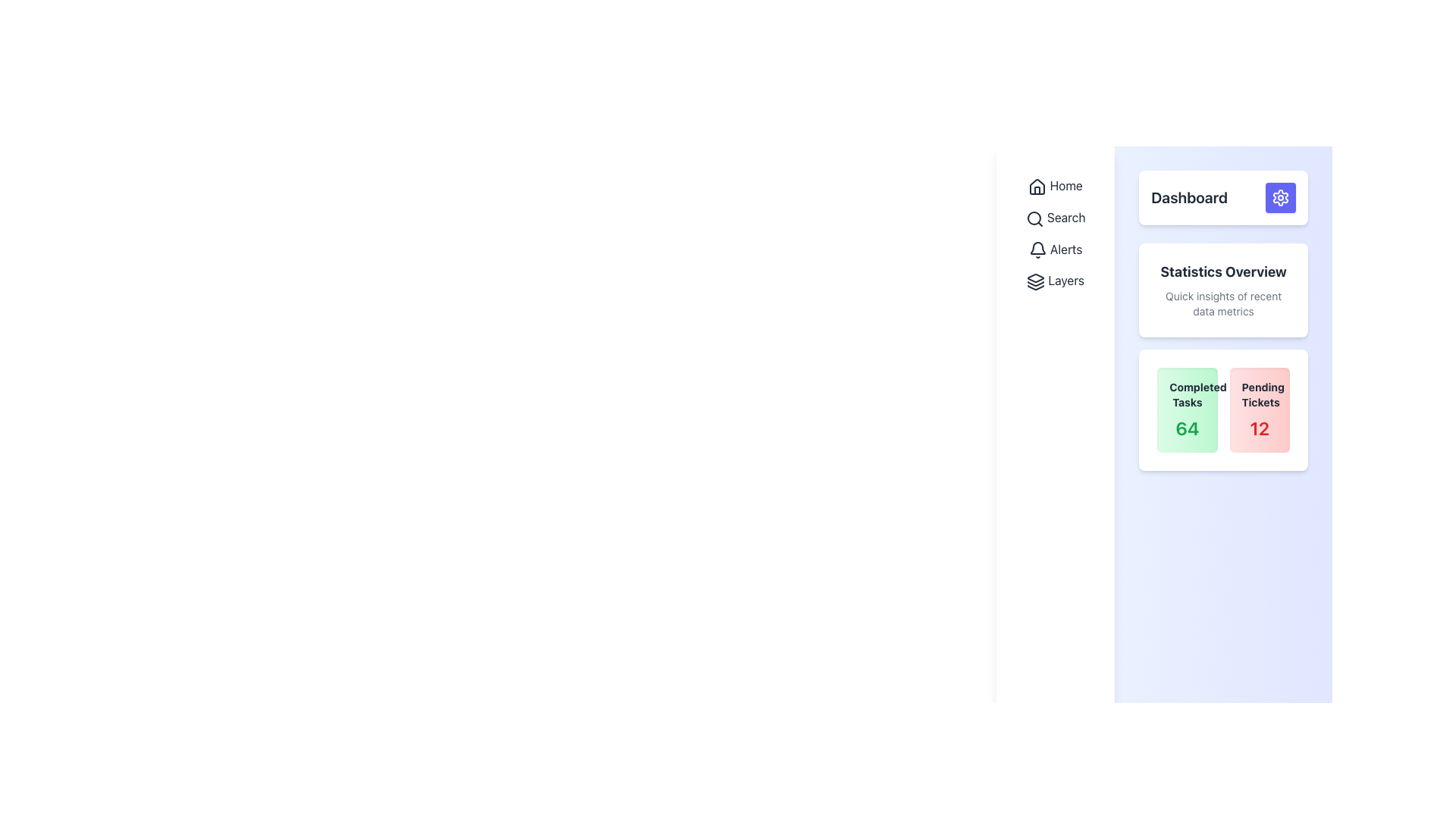  What do you see at coordinates (1188, 197) in the screenshot?
I see `the 'Dashboard' text label which is displayed in bold within a white card-like structure in the upper area of the interface` at bounding box center [1188, 197].